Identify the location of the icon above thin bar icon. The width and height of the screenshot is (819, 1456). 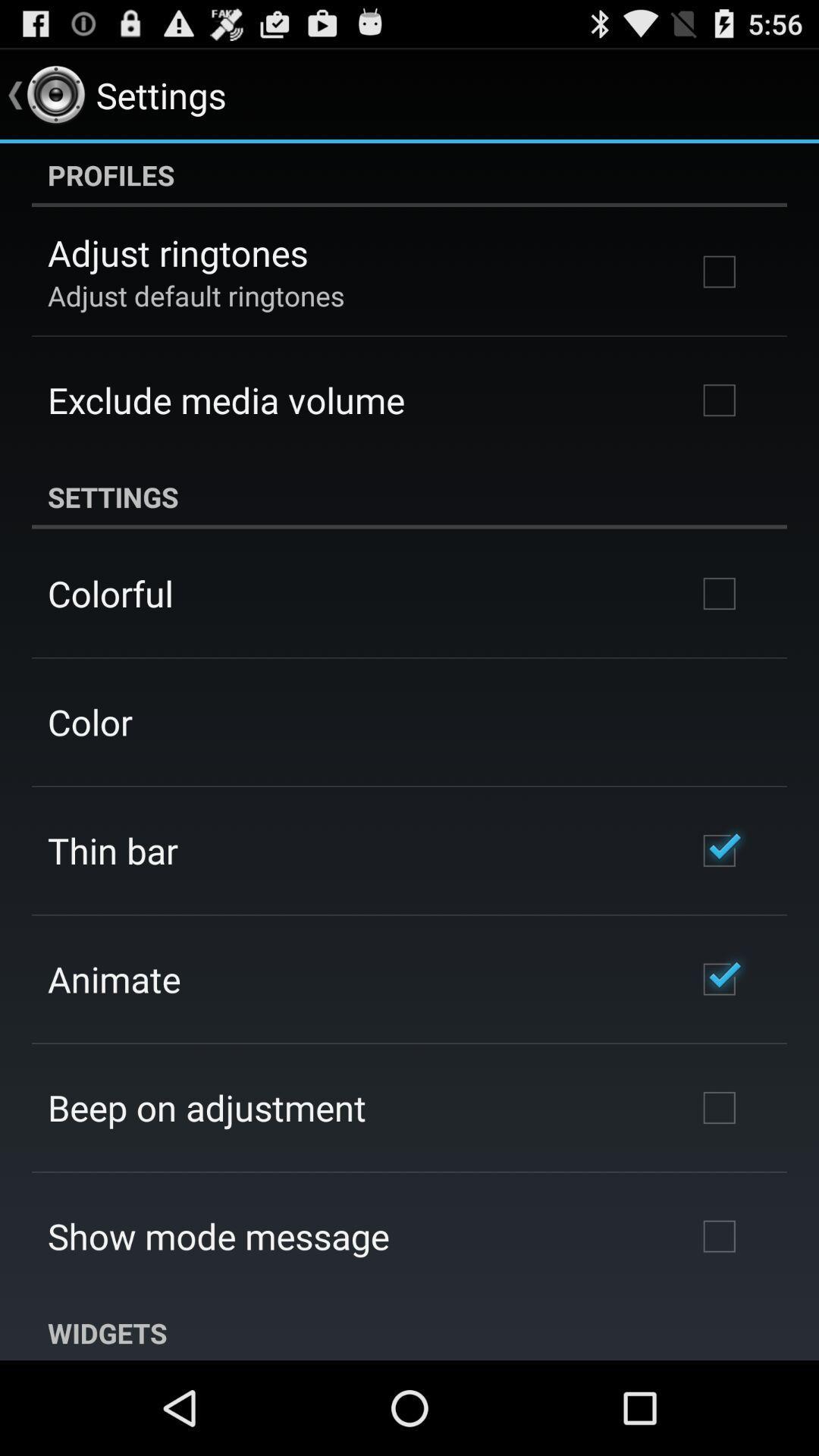
(89, 721).